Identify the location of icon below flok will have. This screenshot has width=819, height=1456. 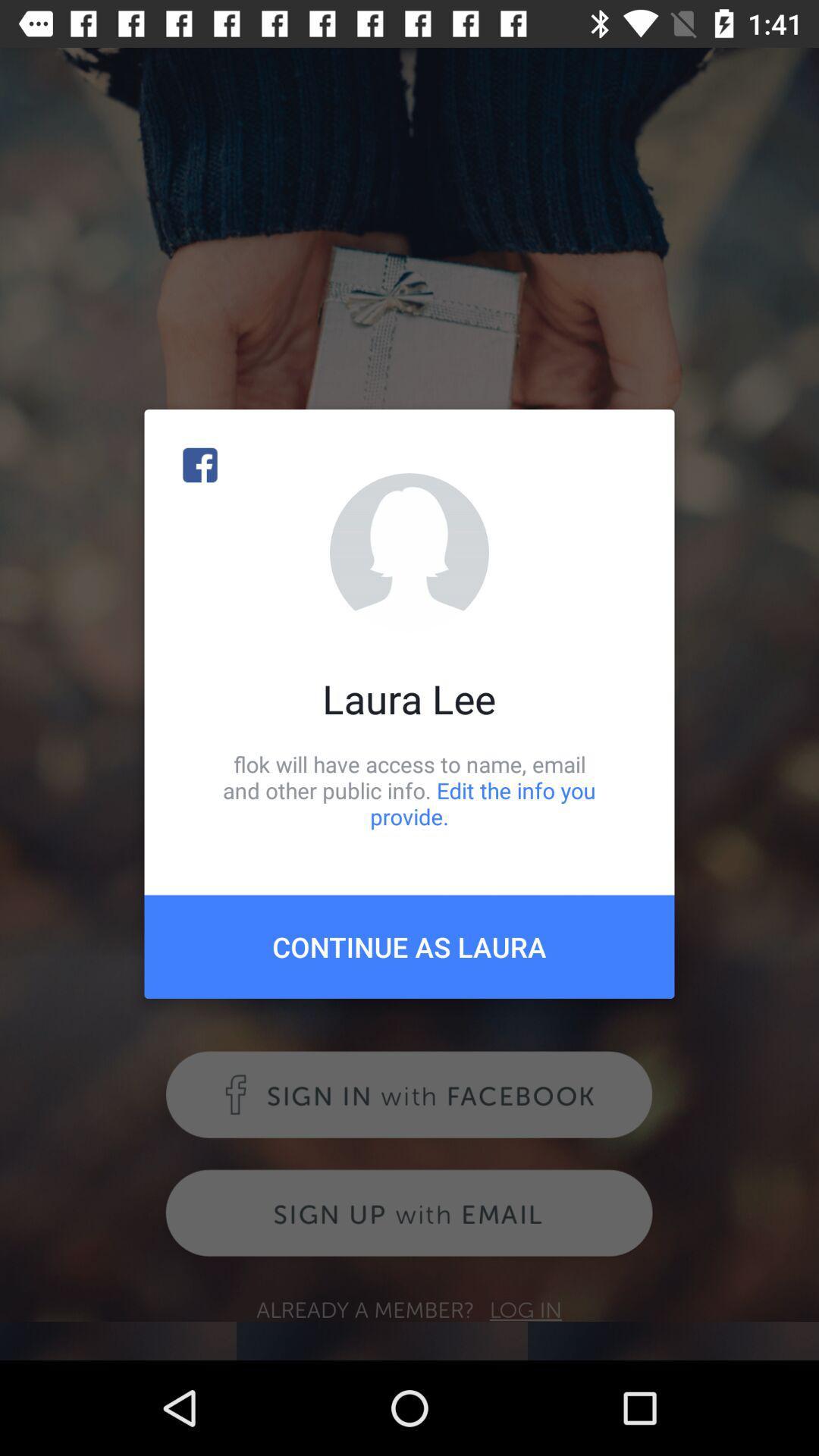
(409, 946).